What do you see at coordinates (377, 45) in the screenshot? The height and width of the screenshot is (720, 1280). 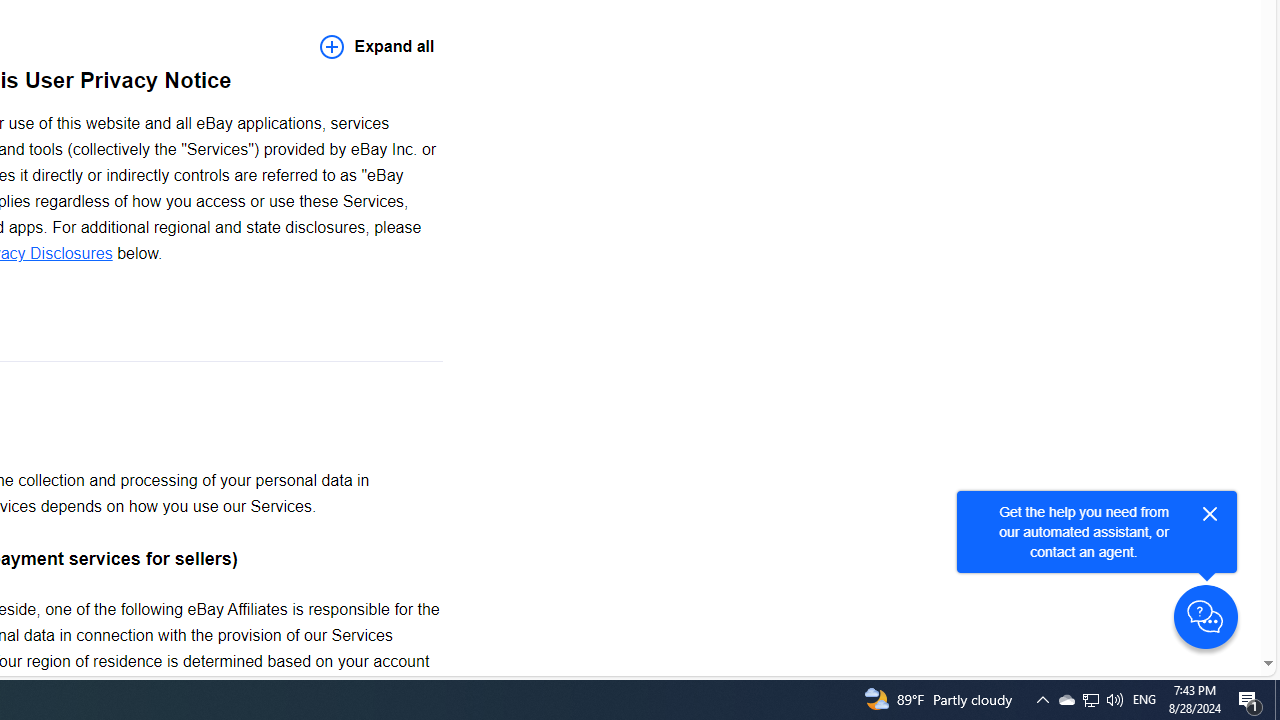 I see `'Expand all'` at bounding box center [377, 45].